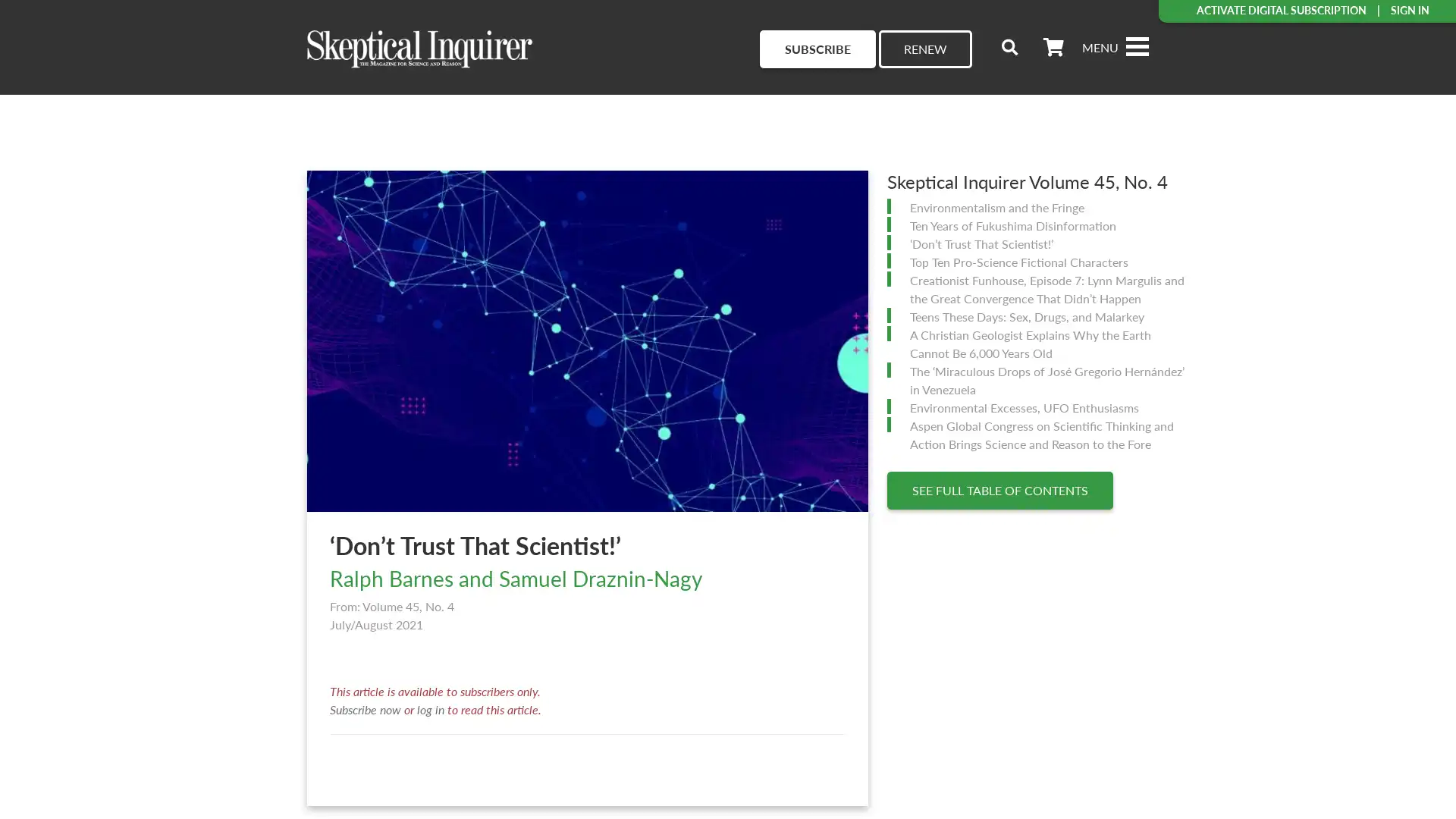  I want to click on SUBSCRIBE, so click(817, 49).